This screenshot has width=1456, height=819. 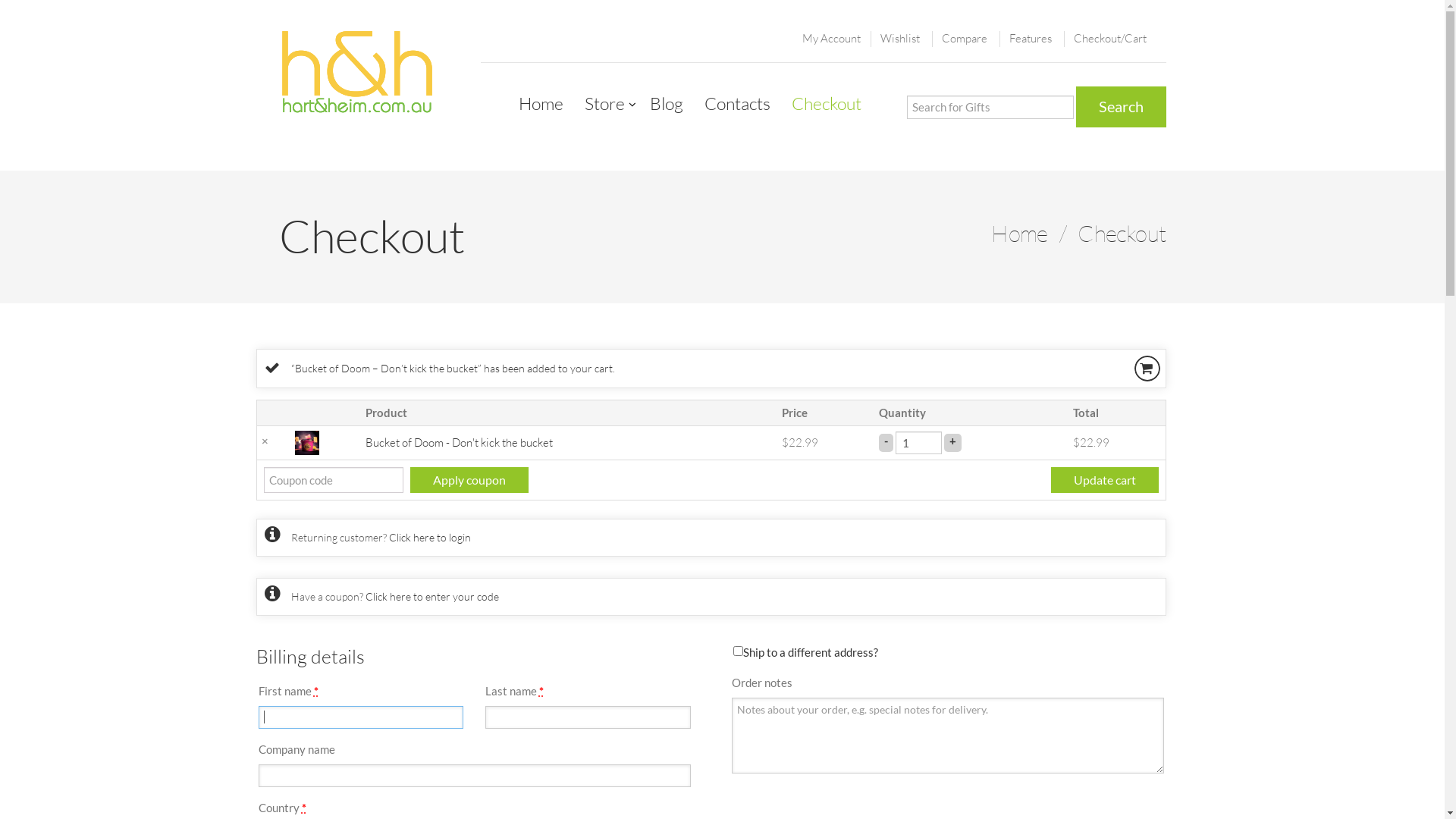 What do you see at coordinates (1008, 37) in the screenshot?
I see `'Features'` at bounding box center [1008, 37].